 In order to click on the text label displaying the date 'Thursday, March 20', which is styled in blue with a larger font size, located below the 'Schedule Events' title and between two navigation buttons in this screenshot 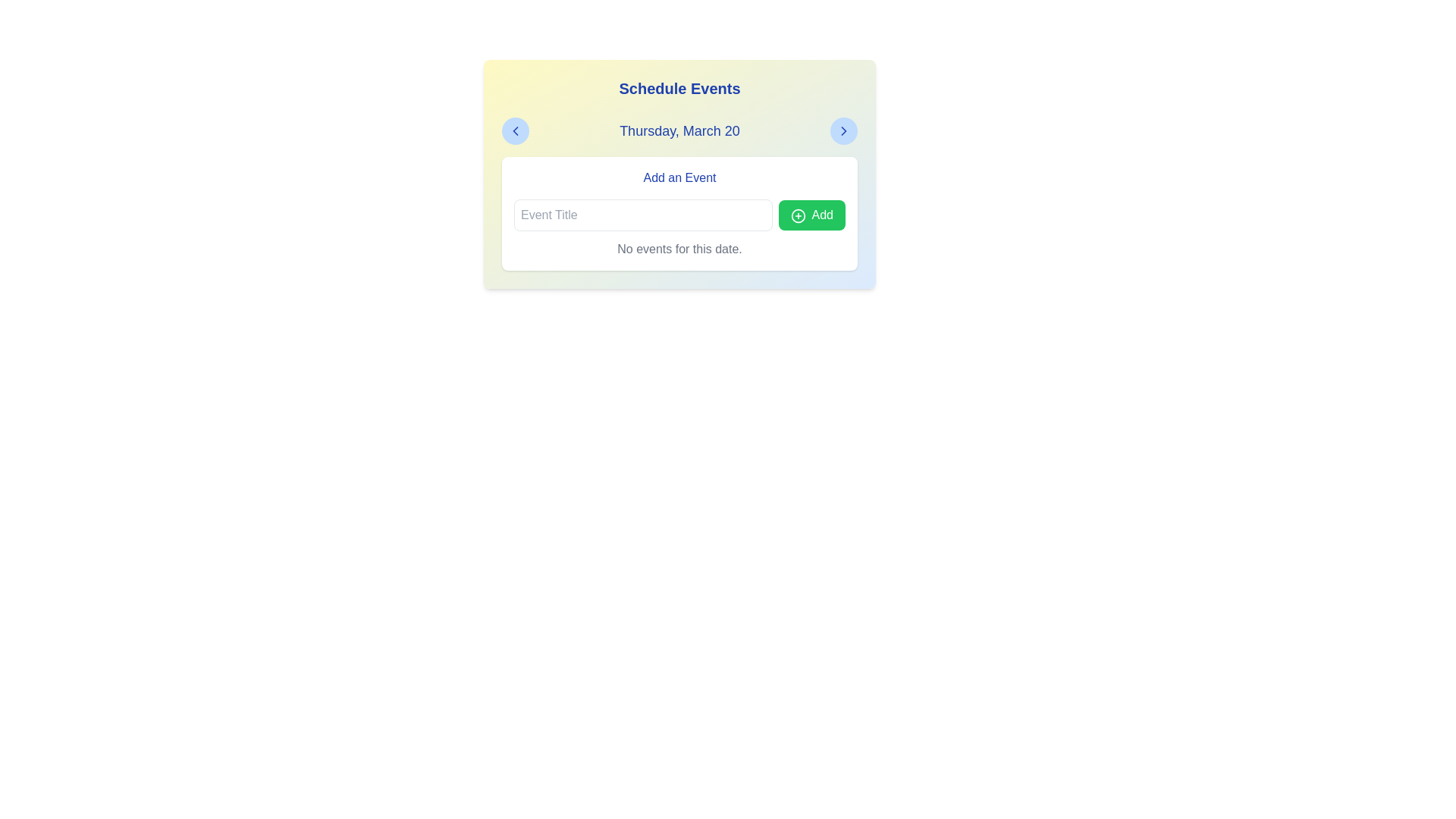, I will do `click(679, 130)`.